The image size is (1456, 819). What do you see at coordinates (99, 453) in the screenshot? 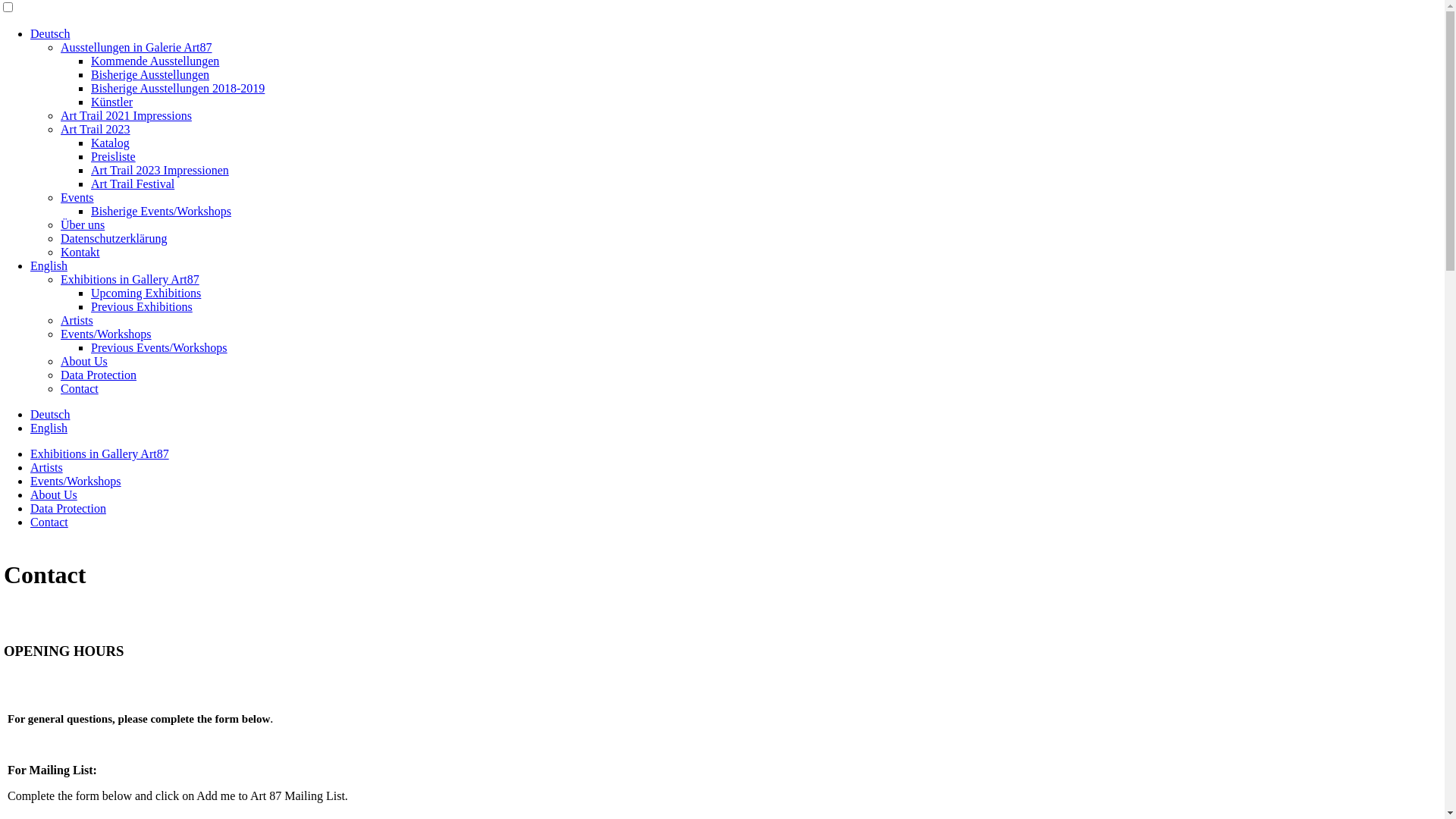
I see `'Exhibitions in Gallery Art87'` at bounding box center [99, 453].